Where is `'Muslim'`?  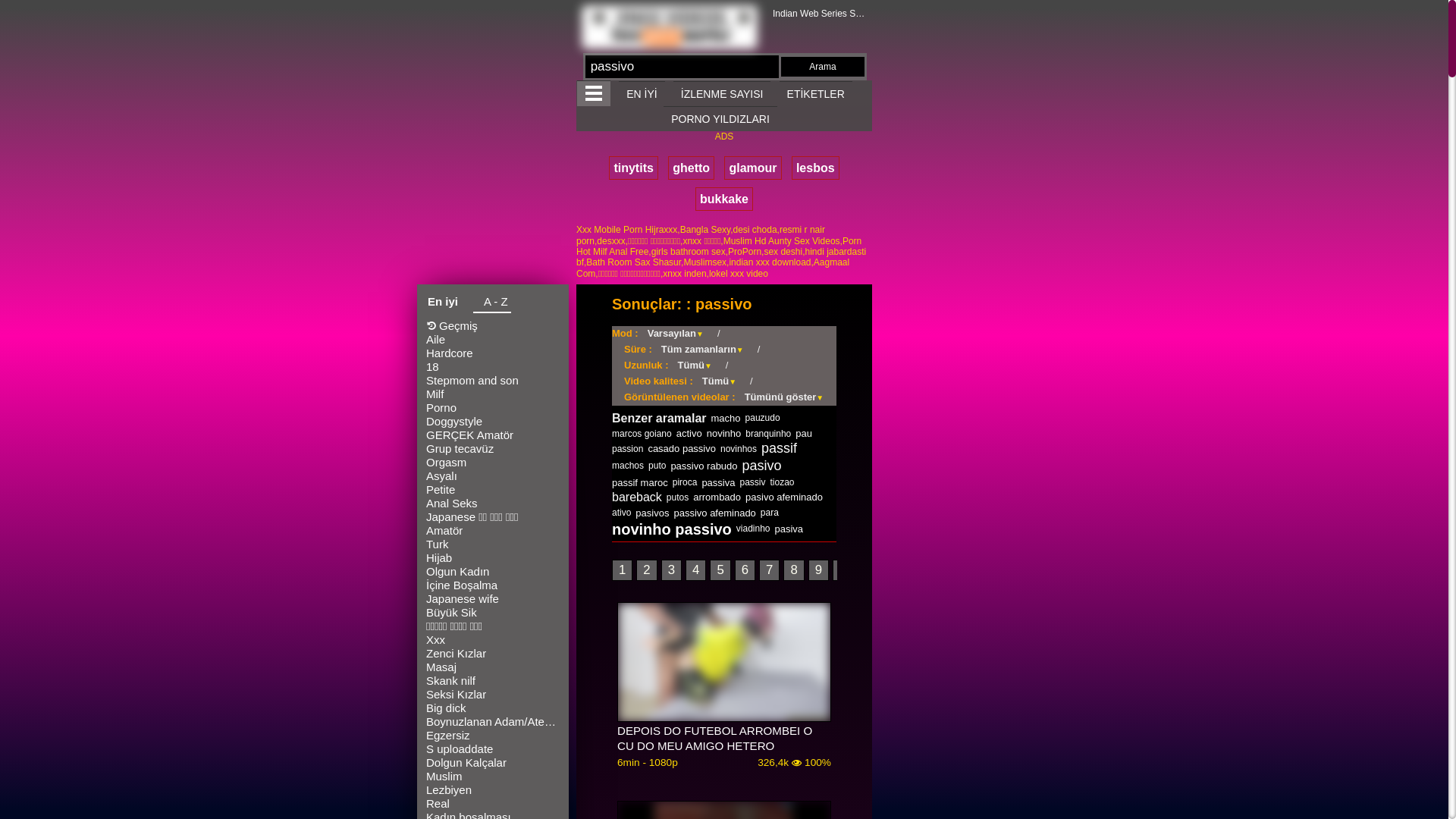 'Muslim' is located at coordinates (492, 776).